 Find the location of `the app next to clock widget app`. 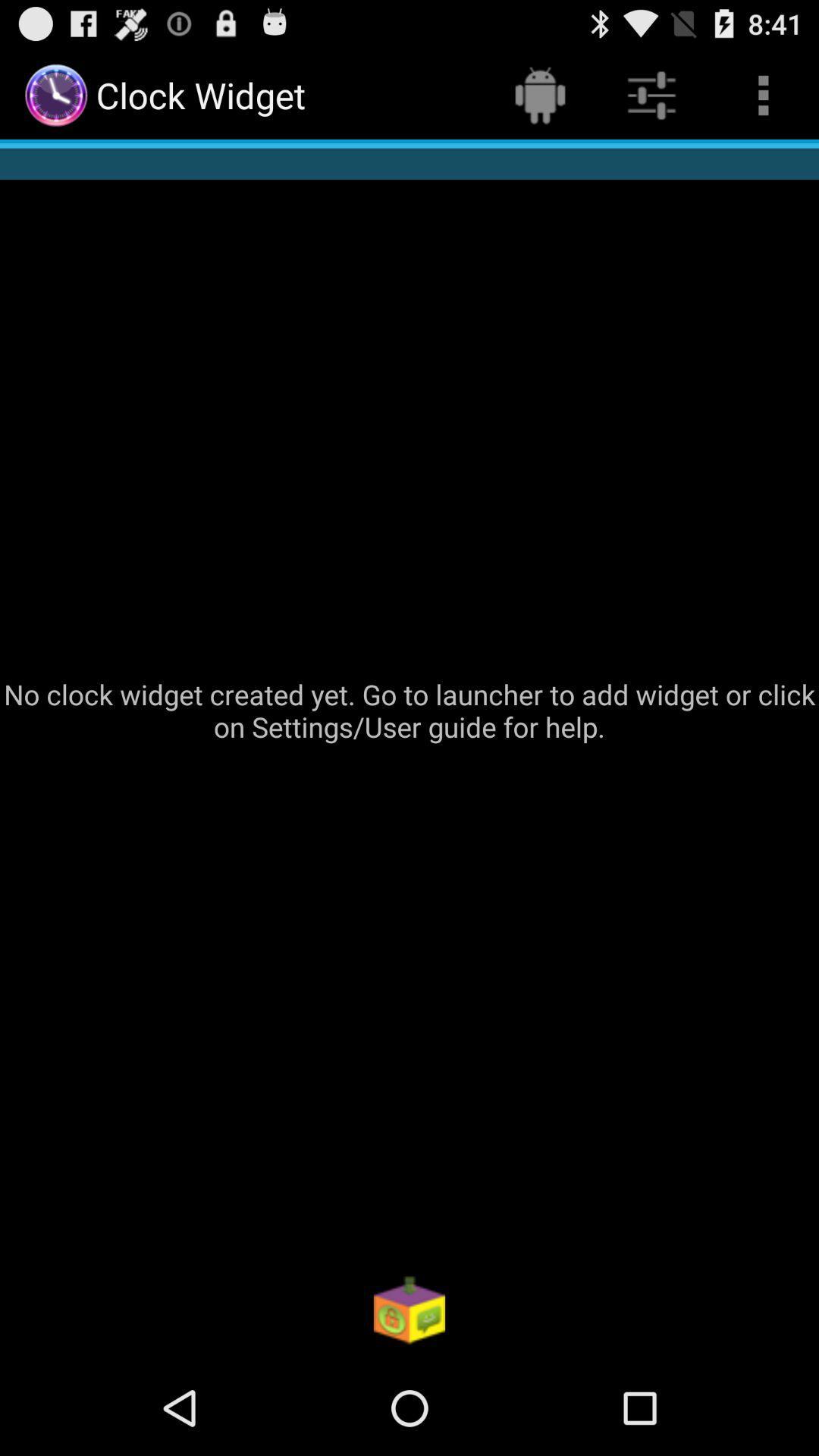

the app next to clock widget app is located at coordinates (539, 94).